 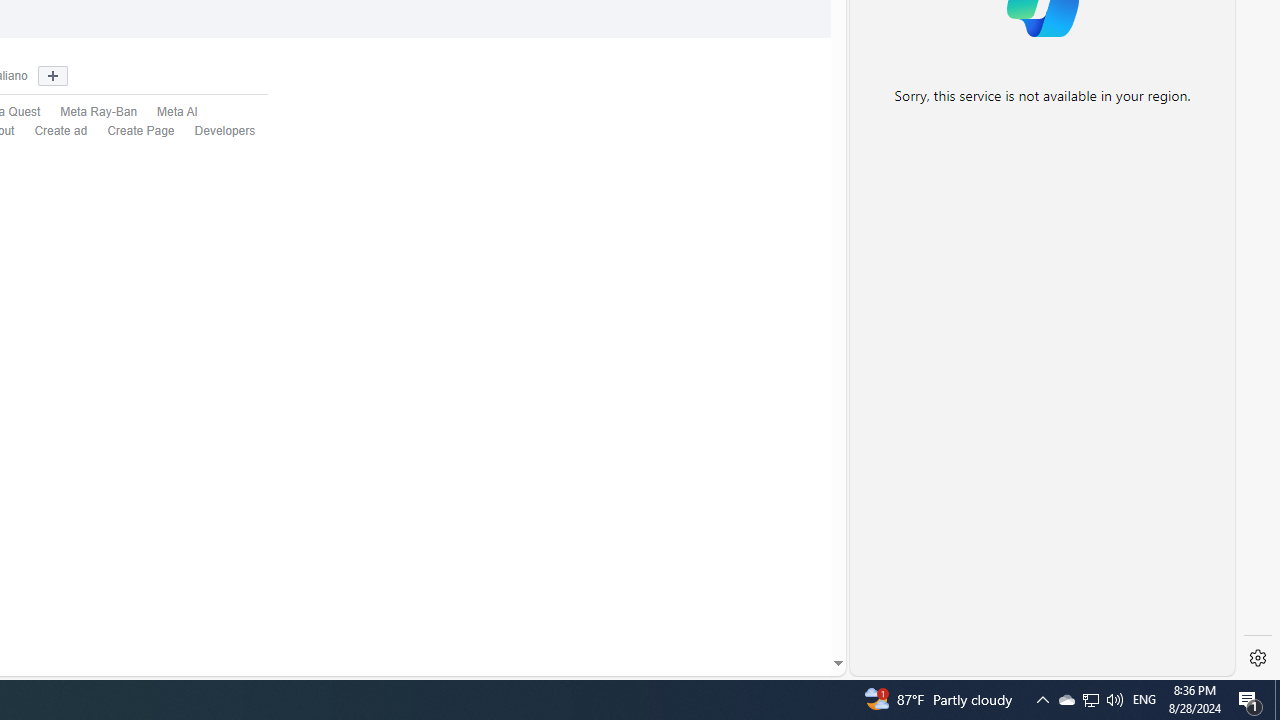 What do you see at coordinates (177, 112) in the screenshot?
I see `'Meta AI'` at bounding box center [177, 112].